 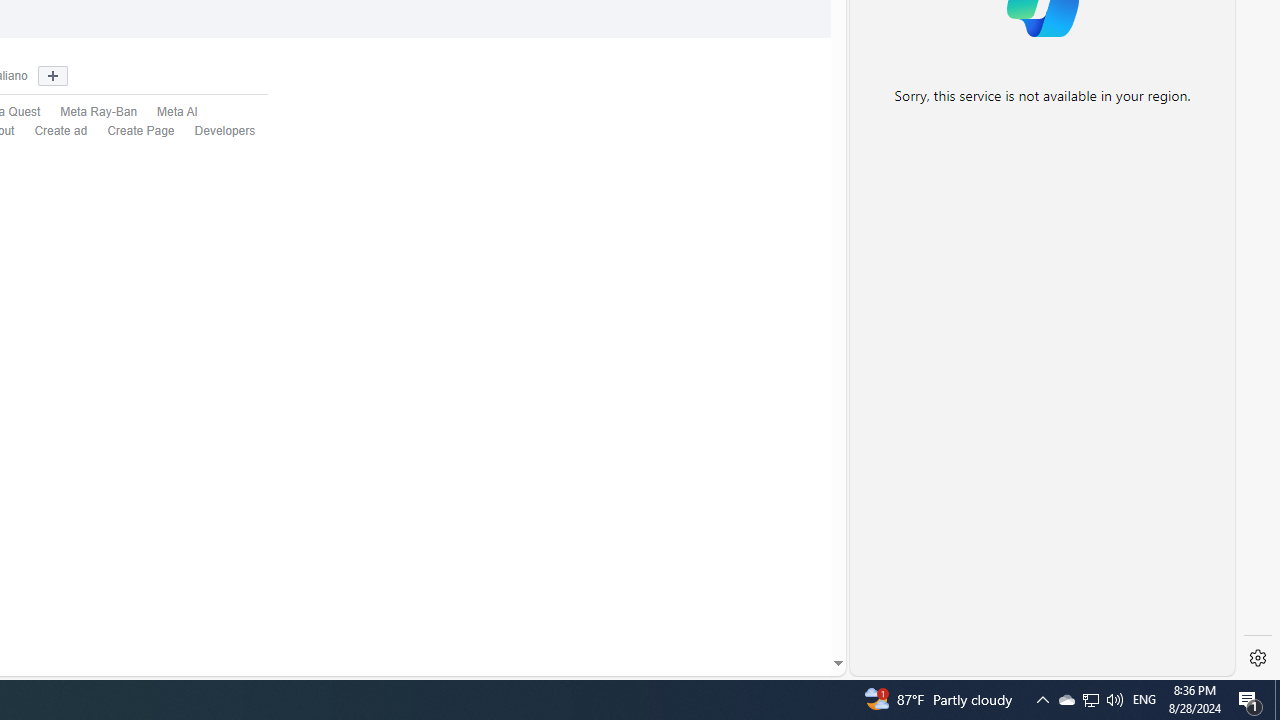 What do you see at coordinates (177, 112) in the screenshot?
I see `'Meta AI'` at bounding box center [177, 112].